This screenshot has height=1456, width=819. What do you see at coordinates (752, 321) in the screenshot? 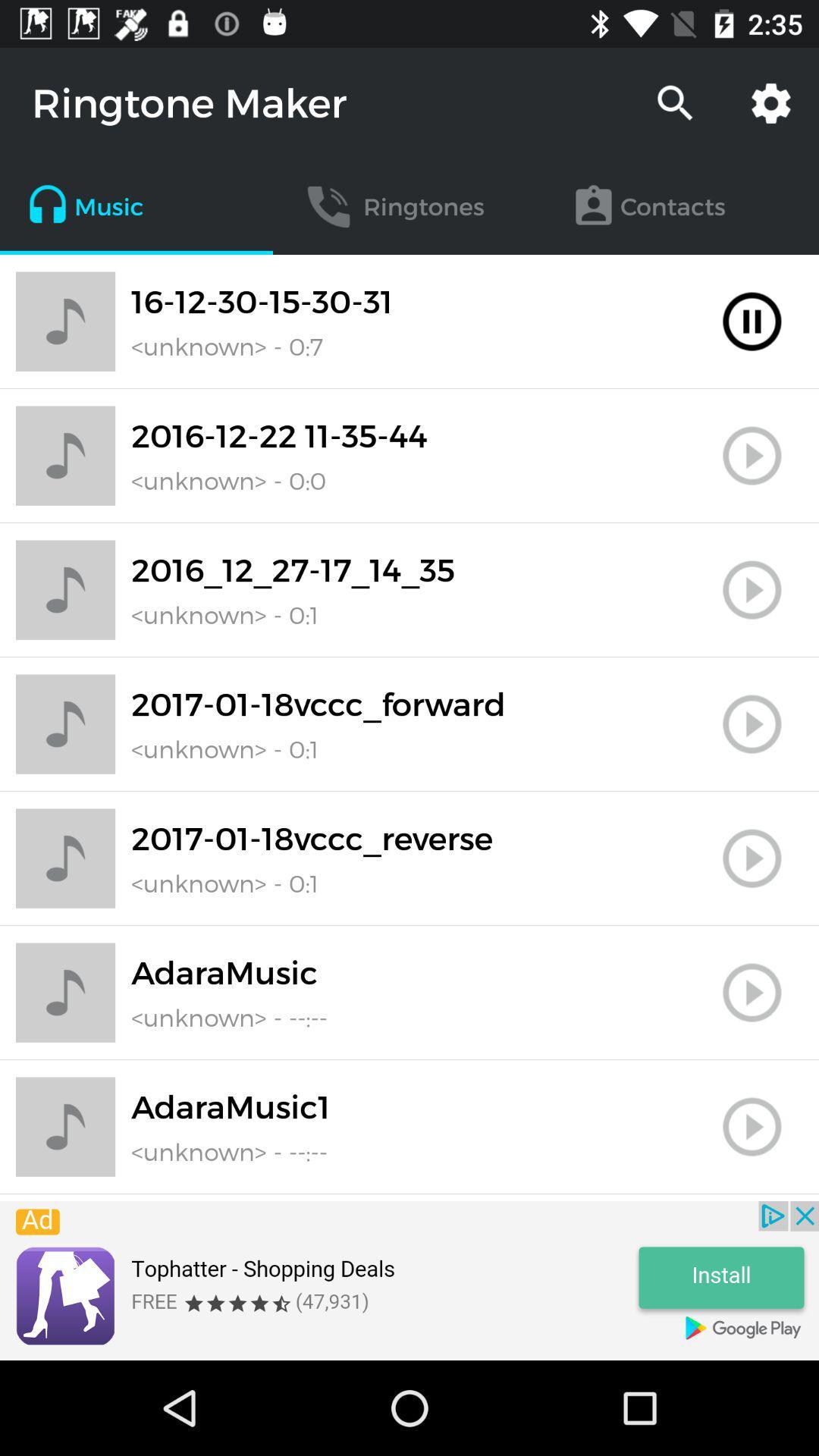
I see `pause option` at bounding box center [752, 321].